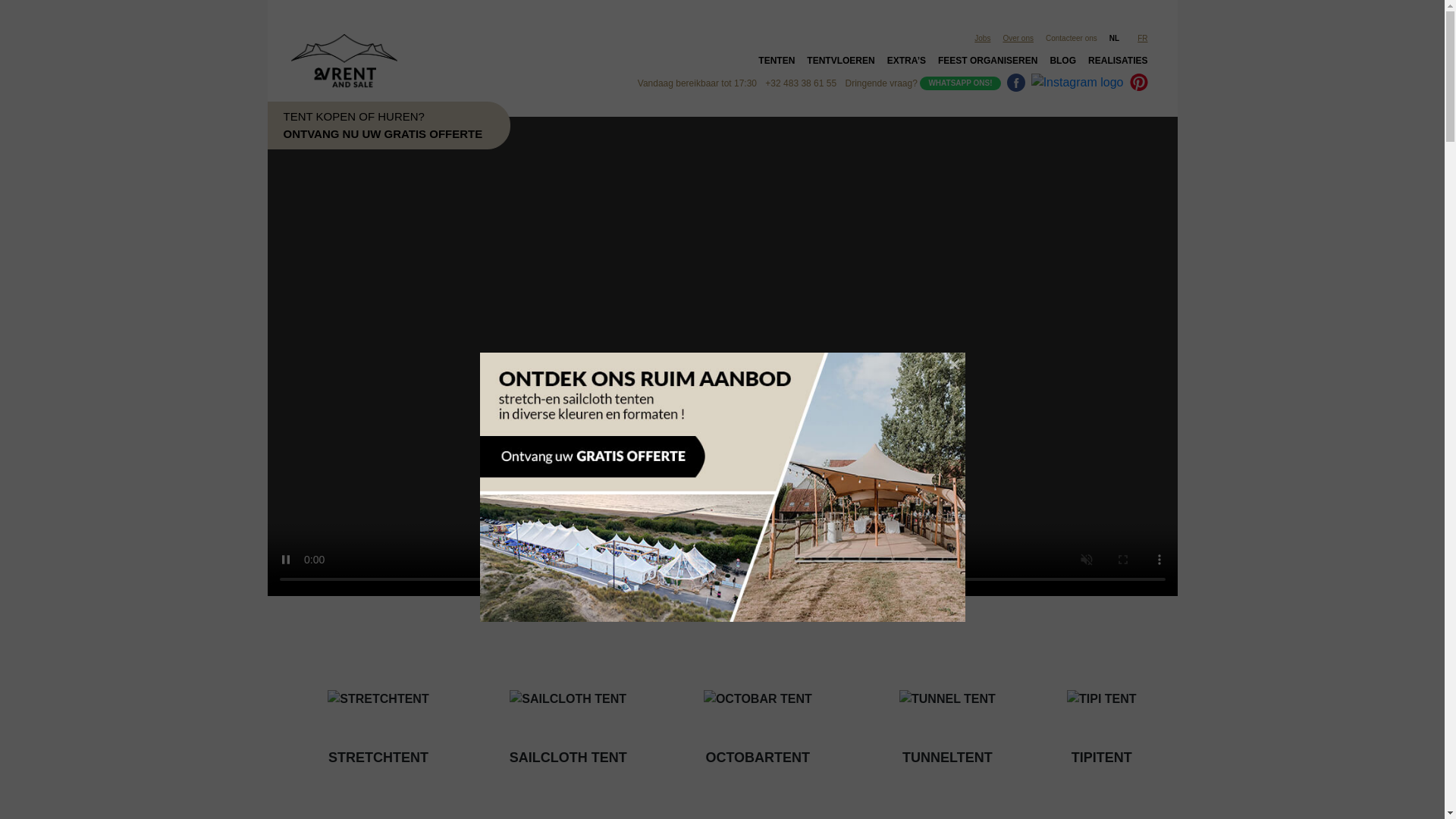  I want to click on 'NL', so click(1103, 37).